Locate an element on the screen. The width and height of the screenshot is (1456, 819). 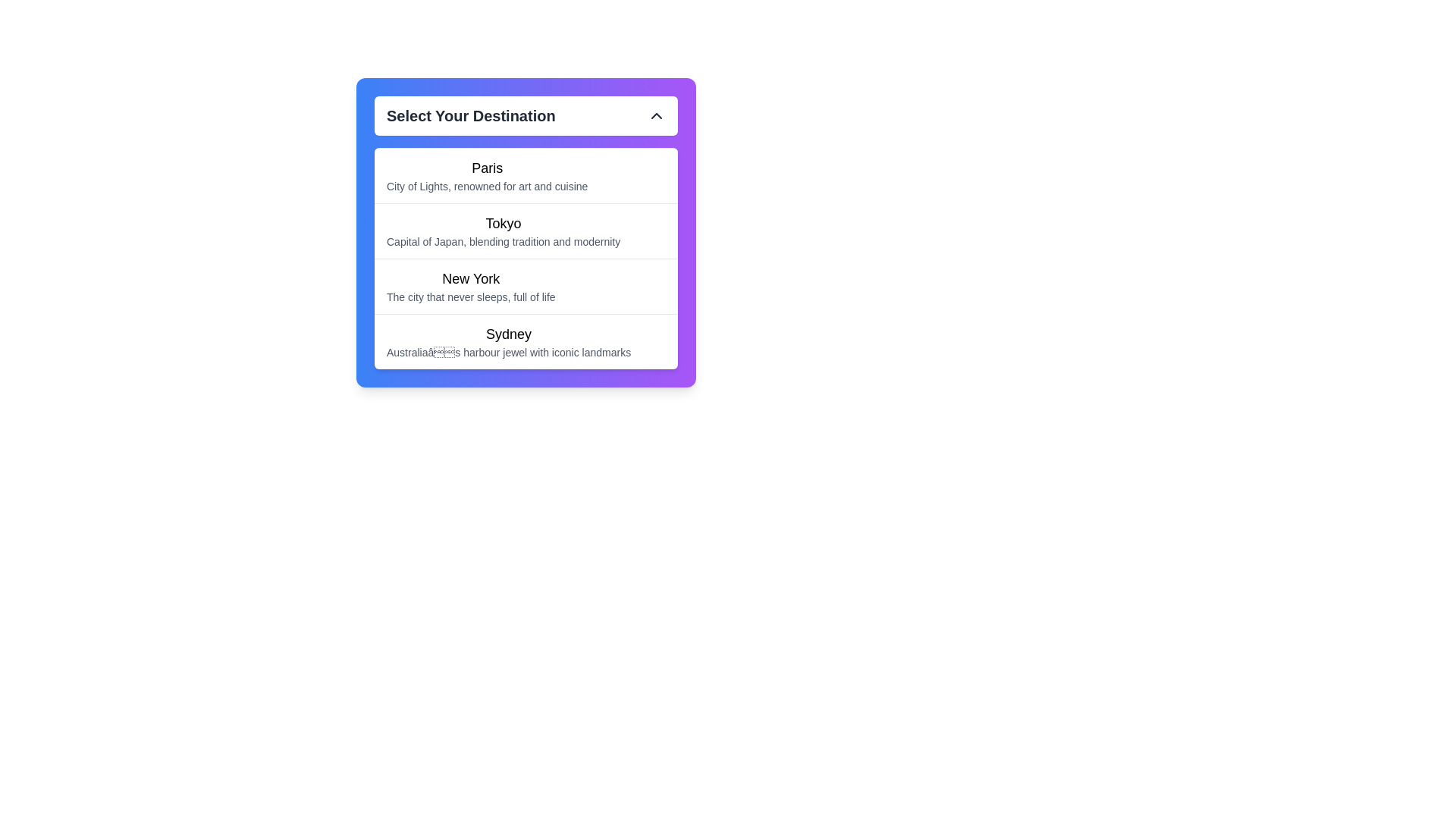
the List item displaying 'New York' with a description 'The city that never sleeps, full of life' is located at coordinates (470, 287).